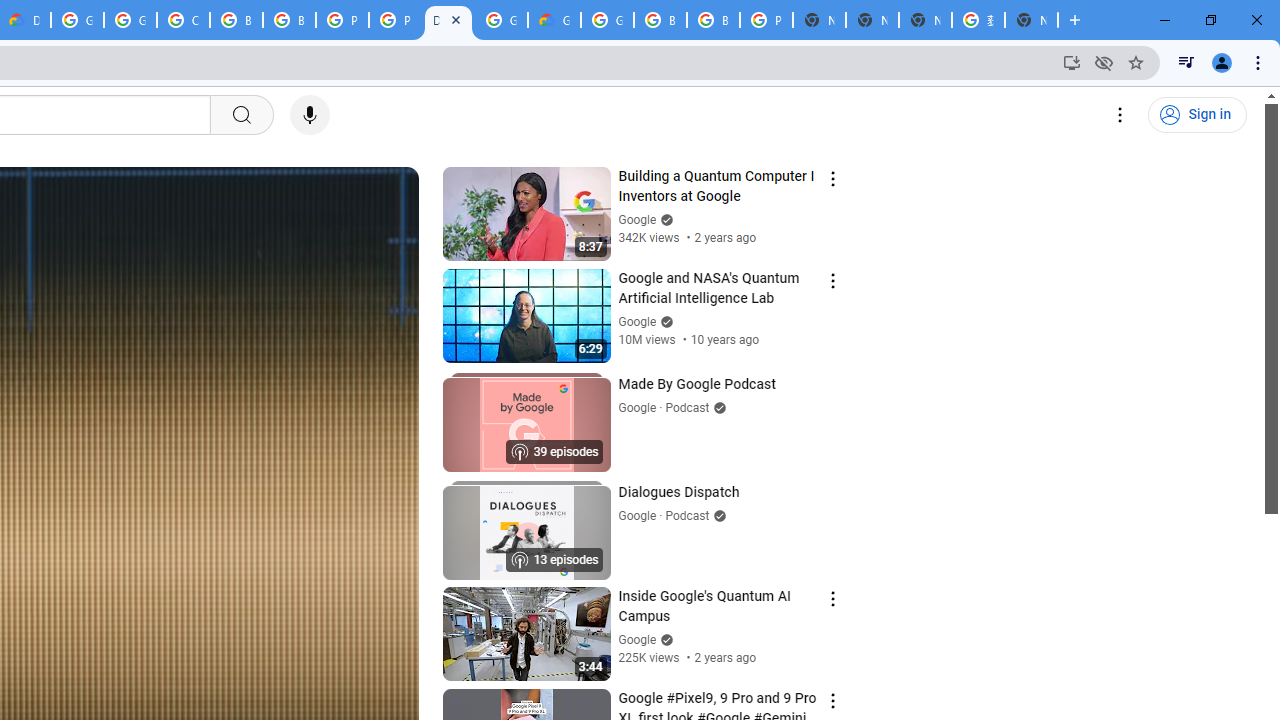  I want to click on 'Verified', so click(664, 639).